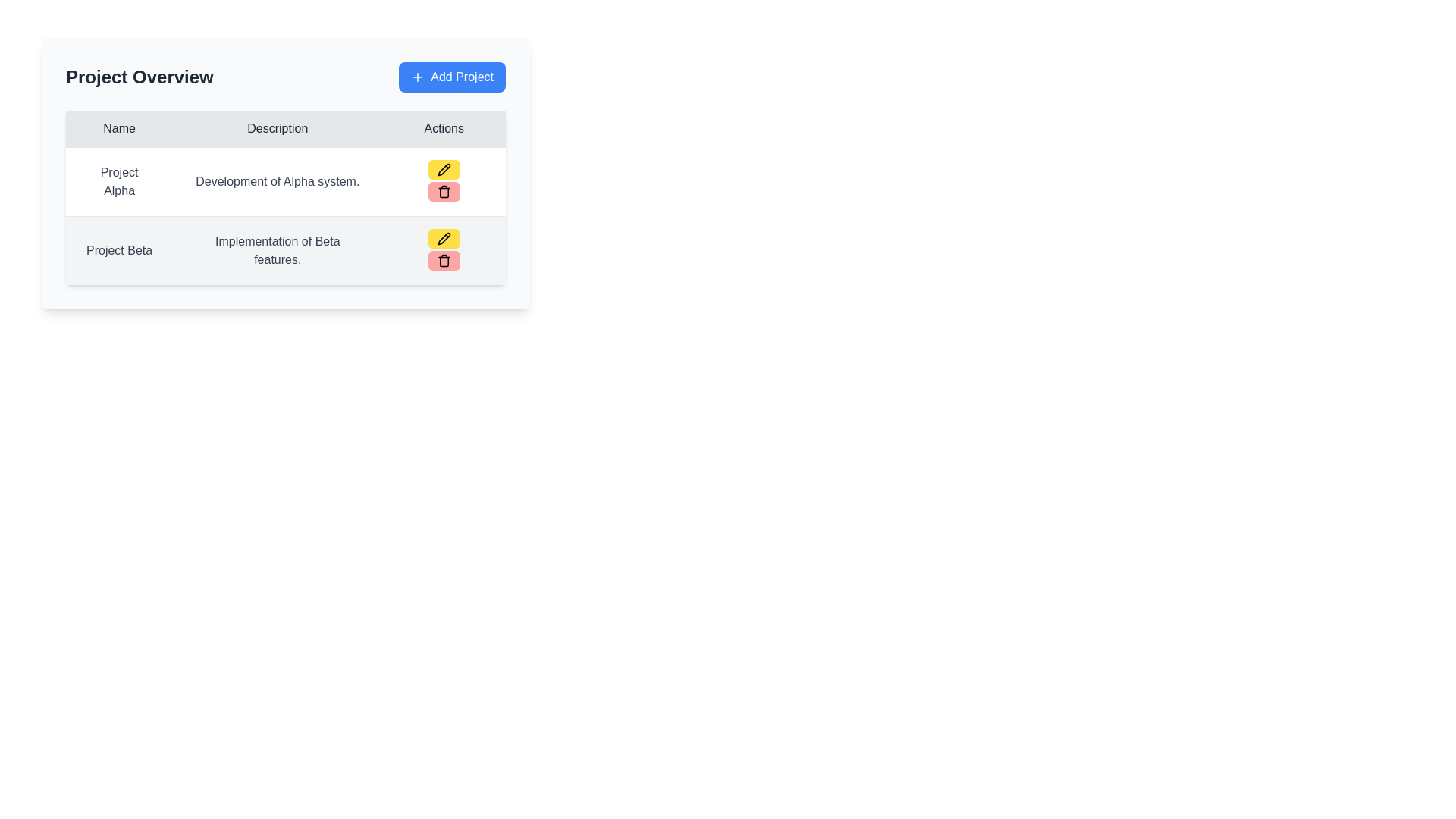 This screenshot has width=1456, height=819. Describe the element at coordinates (443, 239) in the screenshot. I see `the pencil icon in the 'Actions' column of the first row in the Project Overview table` at that location.